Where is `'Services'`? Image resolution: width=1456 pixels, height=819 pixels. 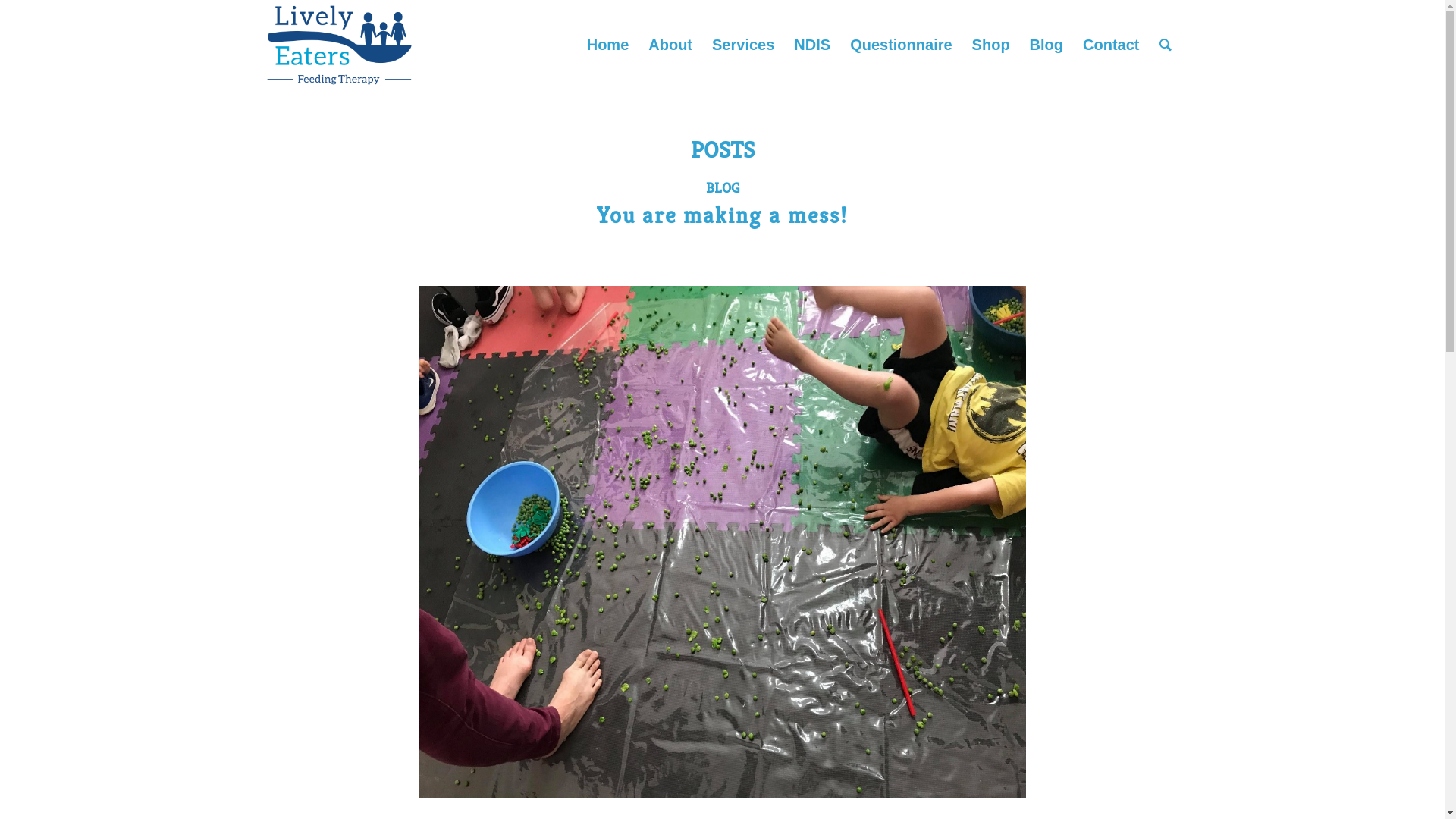 'Services' is located at coordinates (742, 43).